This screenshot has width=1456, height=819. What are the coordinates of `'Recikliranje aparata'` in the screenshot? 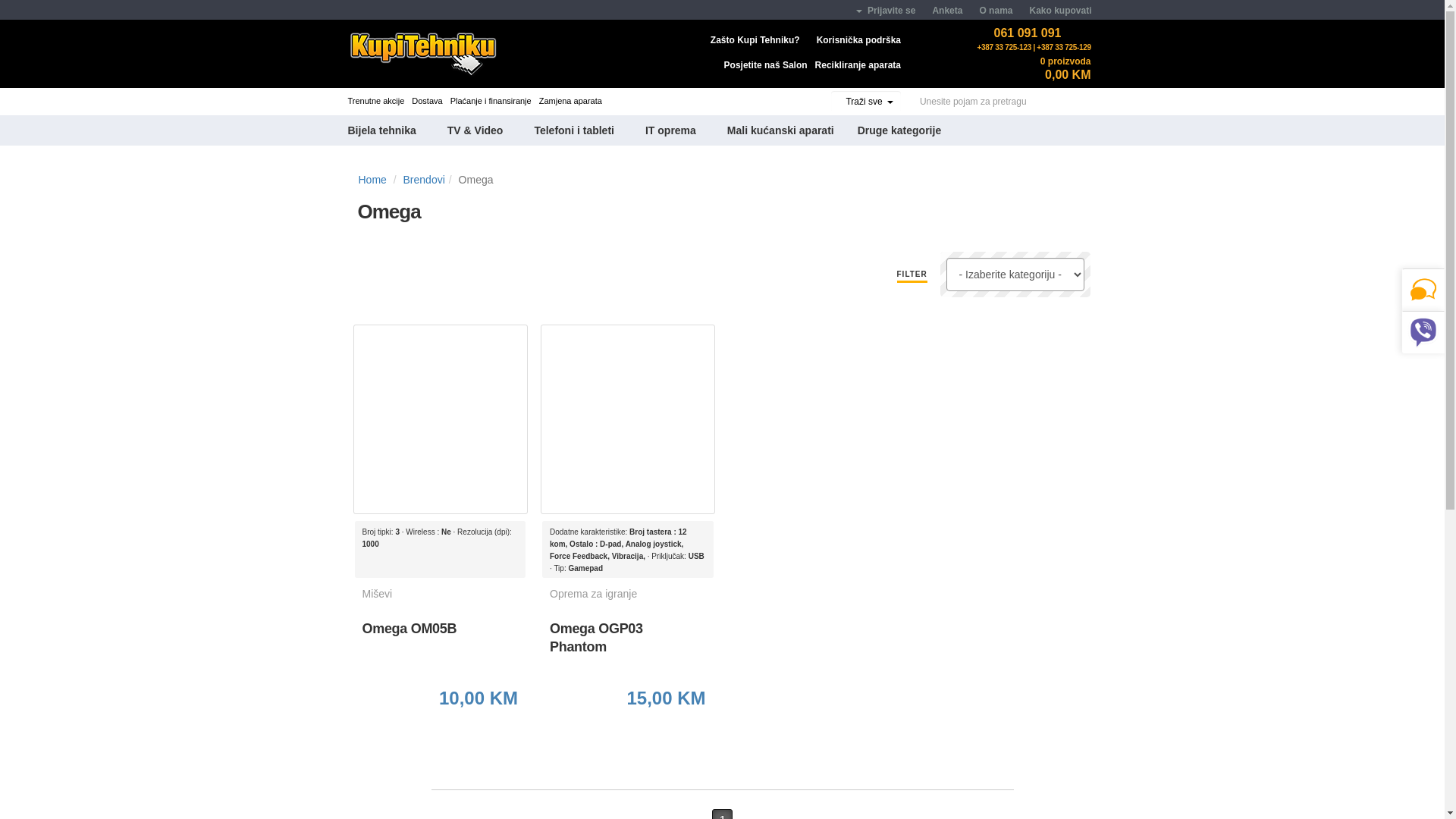 It's located at (858, 64).